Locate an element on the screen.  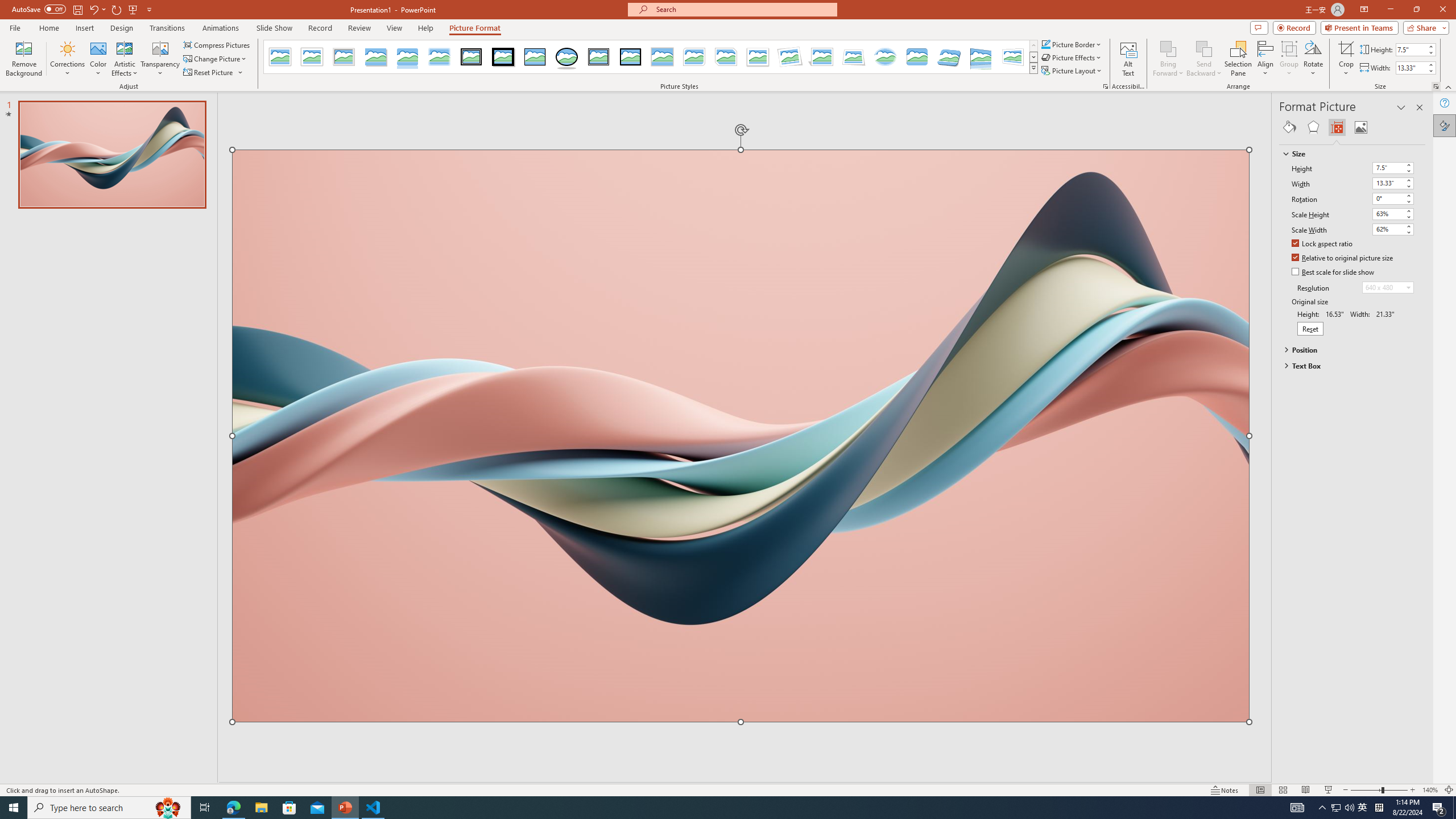
'Collapse the Ribbon' is located at coordinates (1449, 87).